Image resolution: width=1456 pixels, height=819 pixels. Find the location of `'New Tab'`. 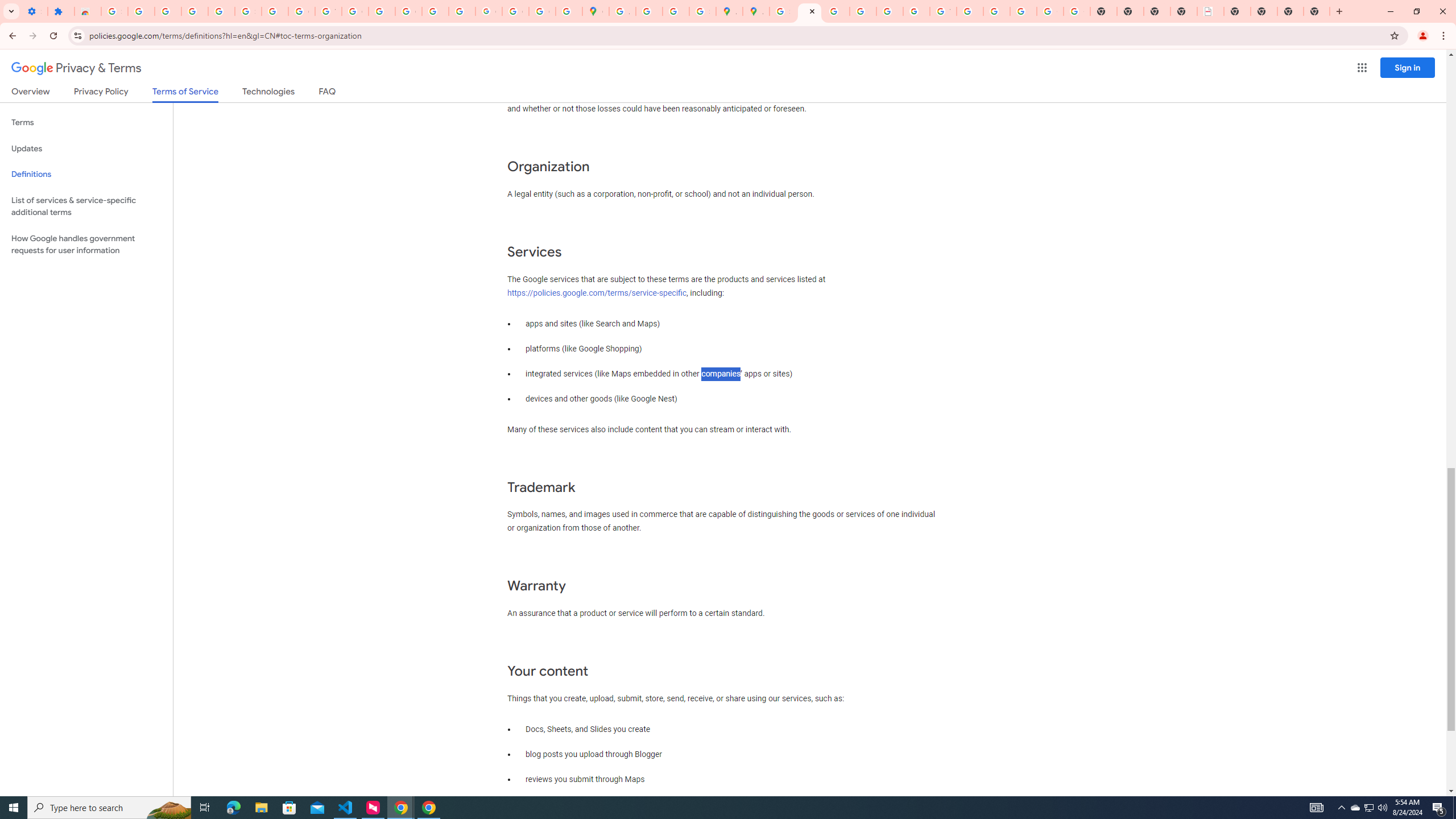

'New Tab' is located at coordinates (1290, 11).